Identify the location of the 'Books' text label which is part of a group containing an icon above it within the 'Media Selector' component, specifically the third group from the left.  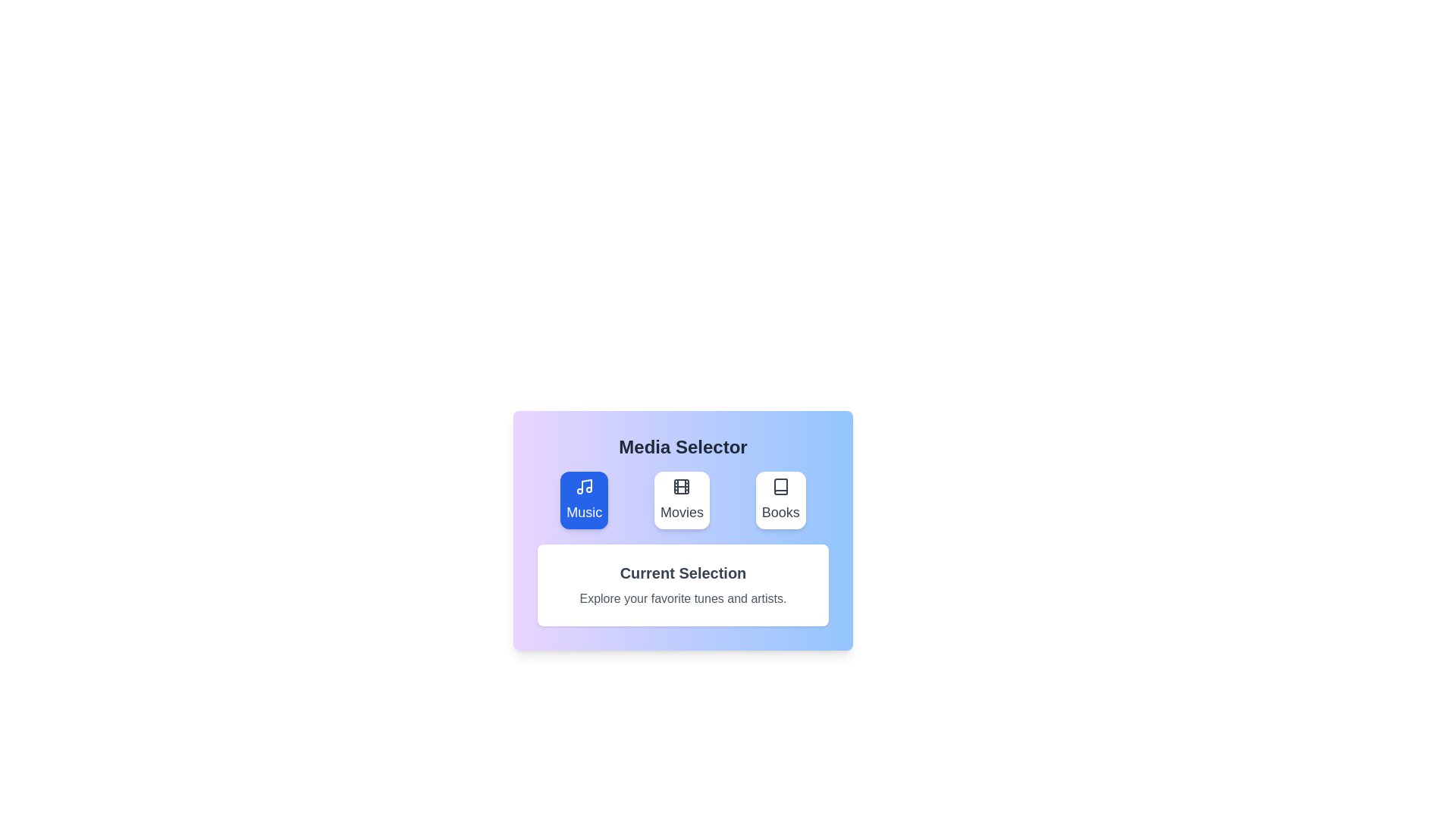
(780, 512).